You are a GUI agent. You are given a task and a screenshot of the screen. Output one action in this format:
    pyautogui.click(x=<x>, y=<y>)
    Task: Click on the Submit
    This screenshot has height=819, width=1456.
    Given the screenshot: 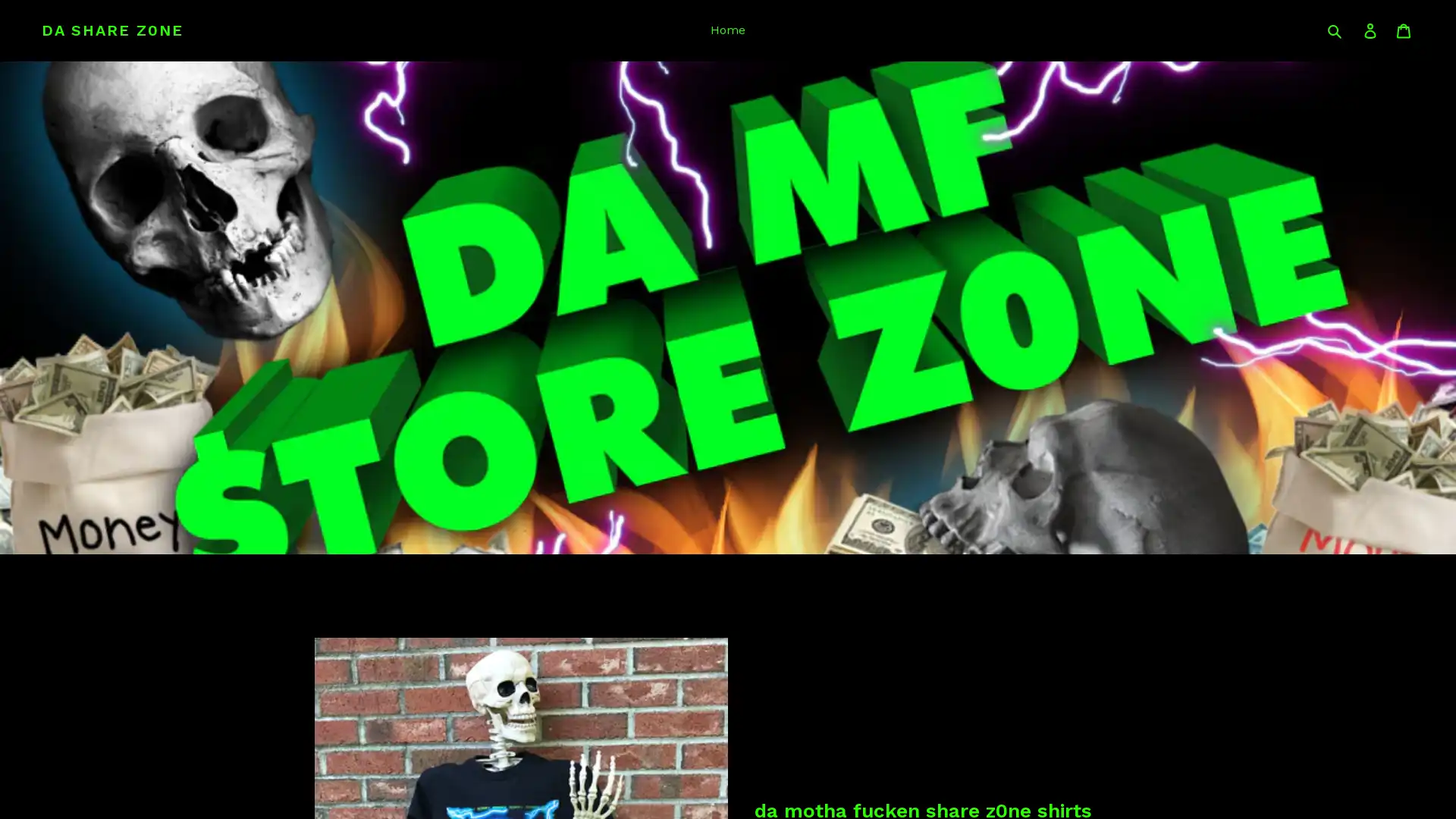 What is the action you would take?
    pyautogui.click(x=1335, y=30)
    